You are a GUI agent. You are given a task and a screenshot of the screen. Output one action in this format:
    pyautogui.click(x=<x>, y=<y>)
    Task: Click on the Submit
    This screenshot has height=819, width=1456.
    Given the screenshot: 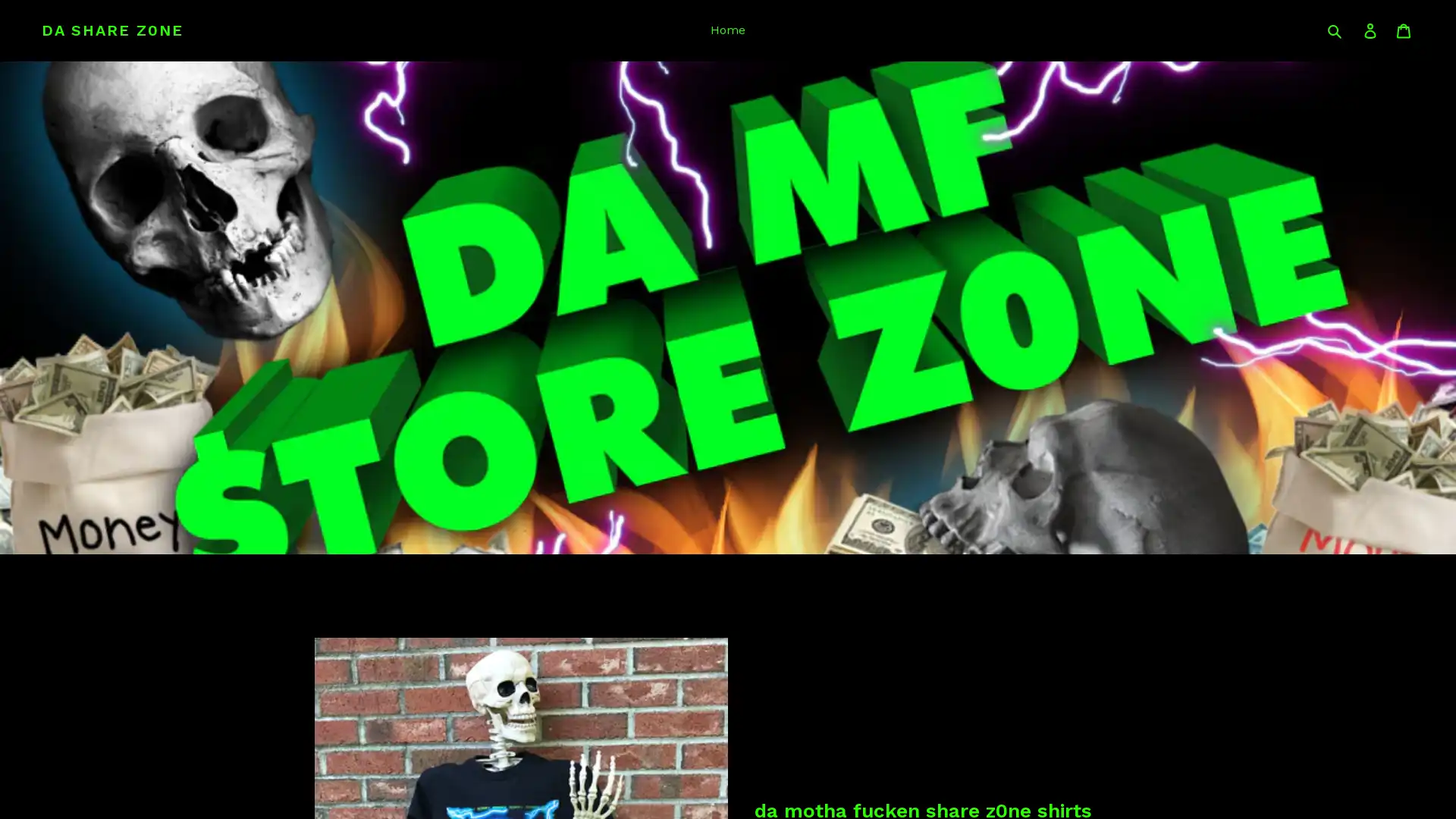 What is the action you would take?
    pyautogui.click(x=1335, y=30)
    